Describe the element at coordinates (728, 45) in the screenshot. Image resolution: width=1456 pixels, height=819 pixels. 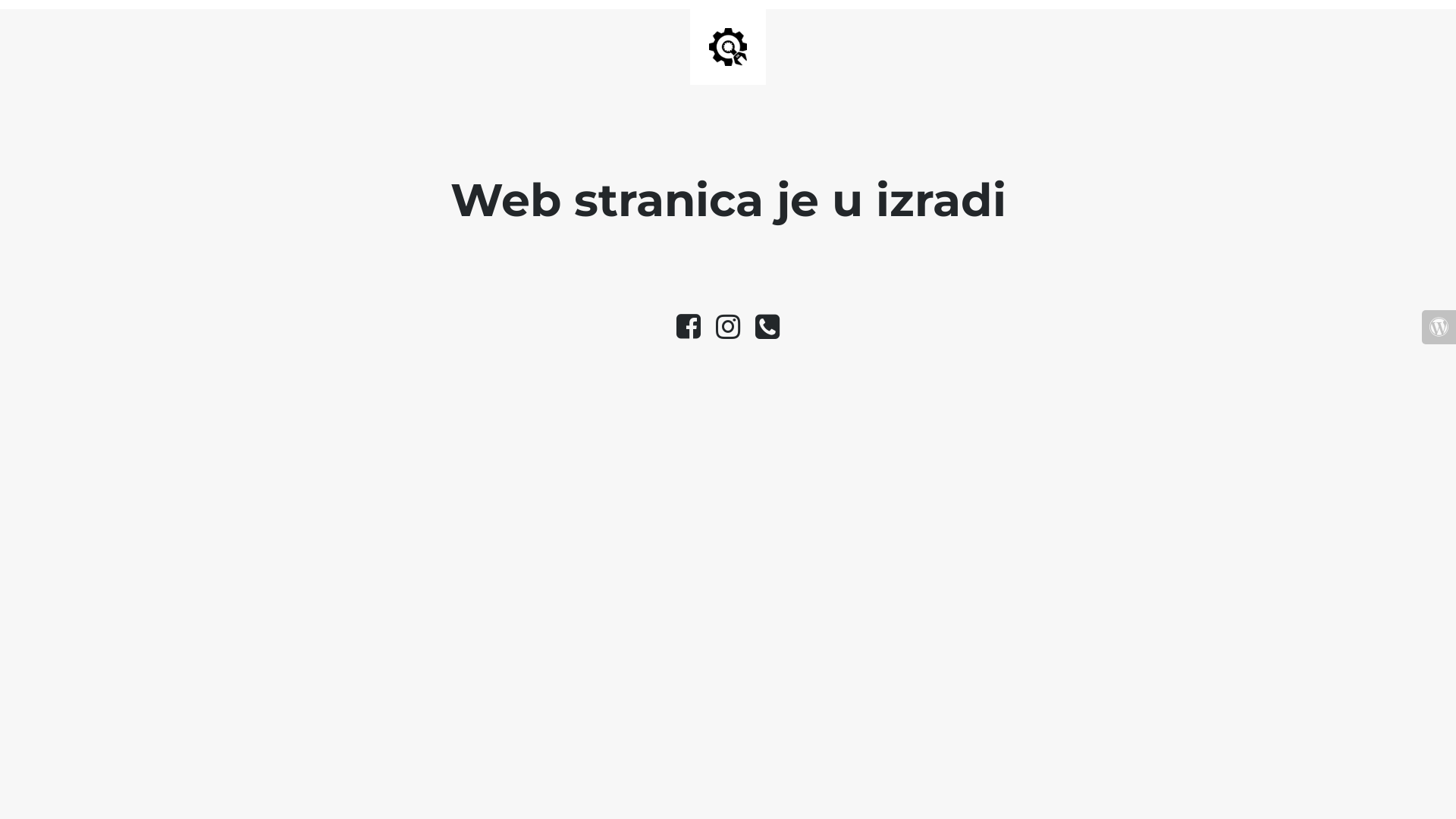
I see `'Site is Under Construction'` at that location.